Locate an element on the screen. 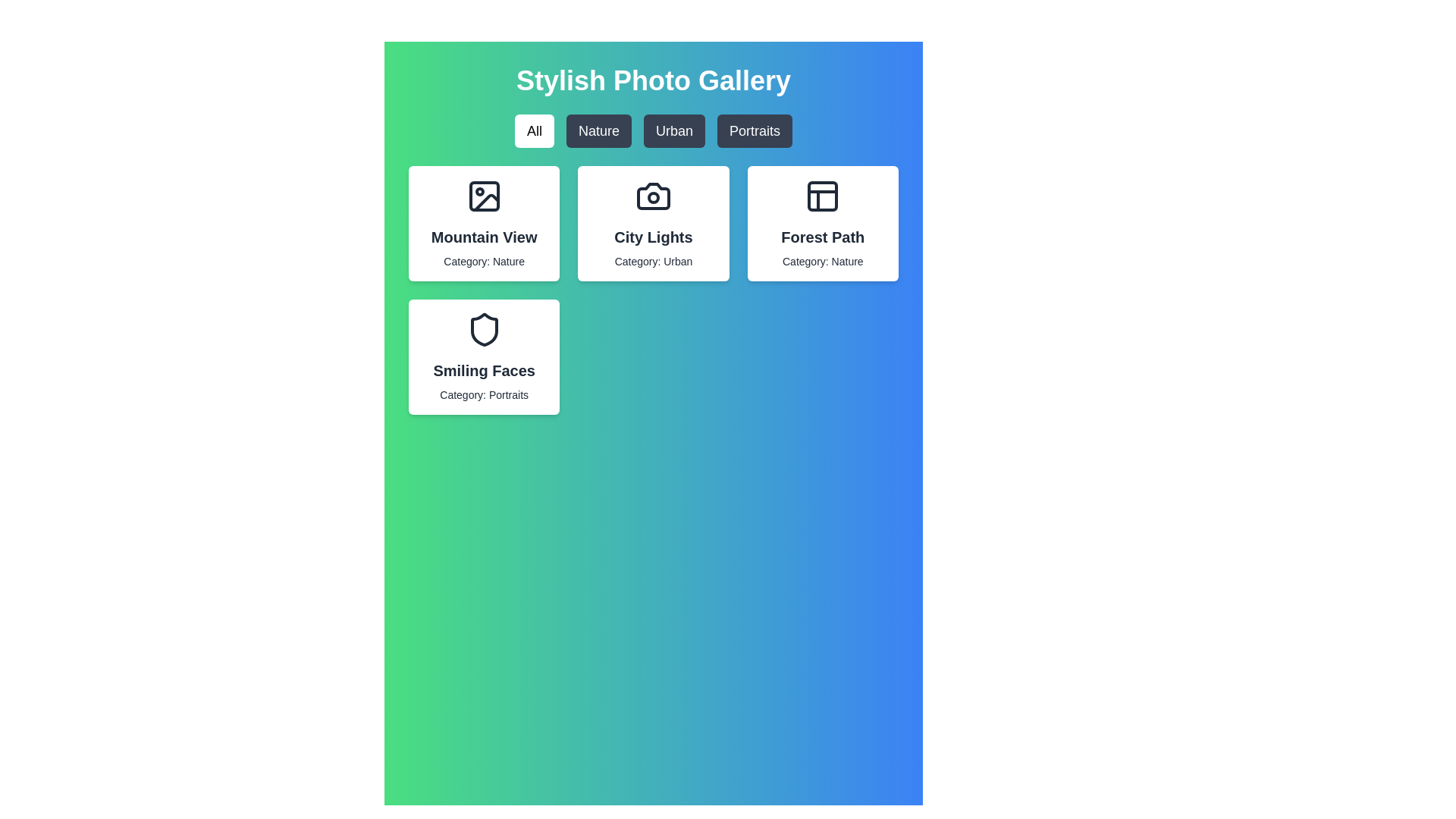  the category filter button for the photo gallery, which is the leftmost button in a row of four buttons is located at coordinates (535, 130).